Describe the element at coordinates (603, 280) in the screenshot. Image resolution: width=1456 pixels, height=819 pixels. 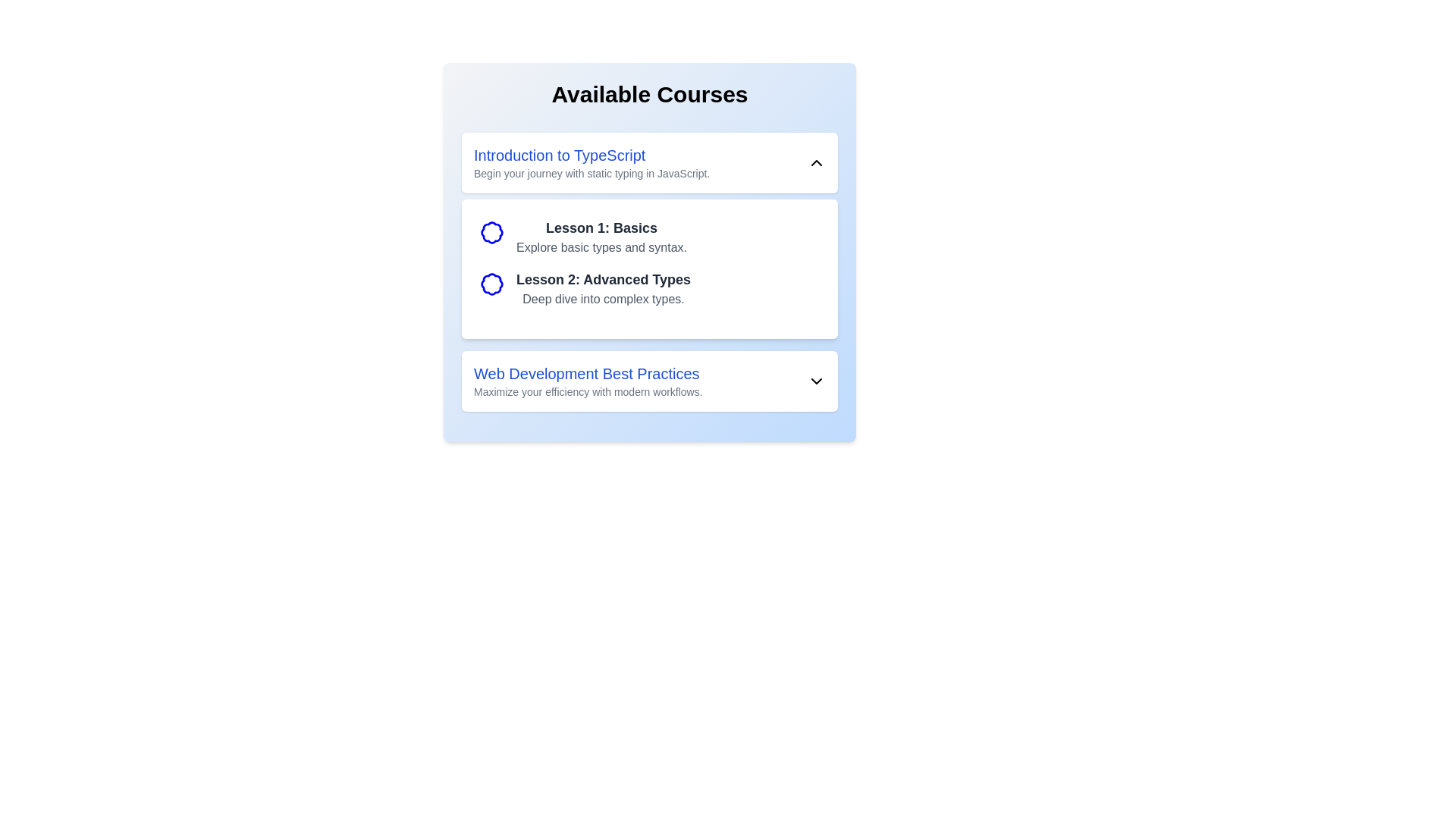
I see `the Text Label that conveys the title of 'Lesson 2: Advanced Types', located under the 'Available Courses' header and above the description 'Deep dive into complex types'` at that location.